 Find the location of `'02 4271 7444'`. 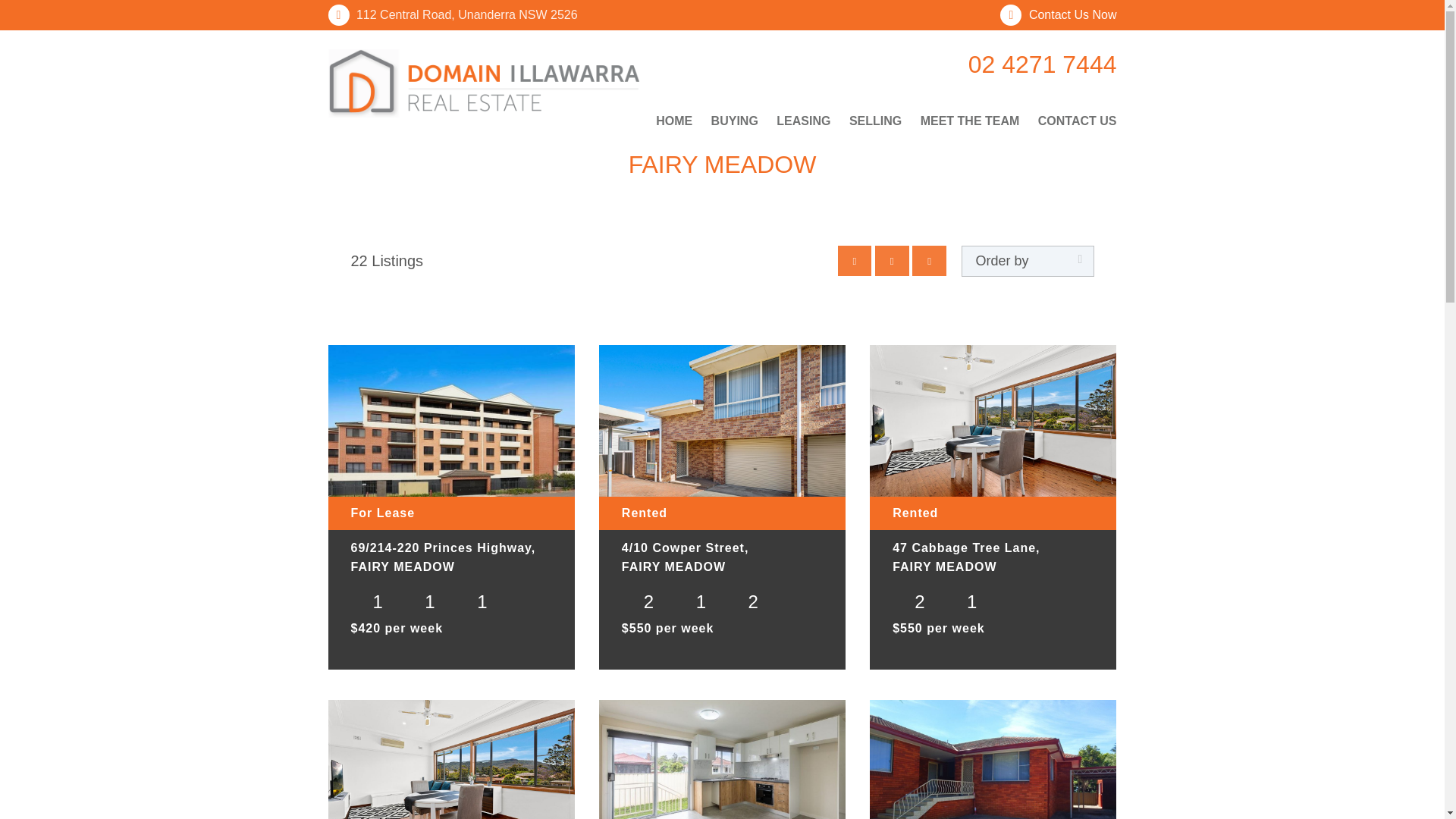

'02 4271 7444' is located at coordinates (1019, 63).